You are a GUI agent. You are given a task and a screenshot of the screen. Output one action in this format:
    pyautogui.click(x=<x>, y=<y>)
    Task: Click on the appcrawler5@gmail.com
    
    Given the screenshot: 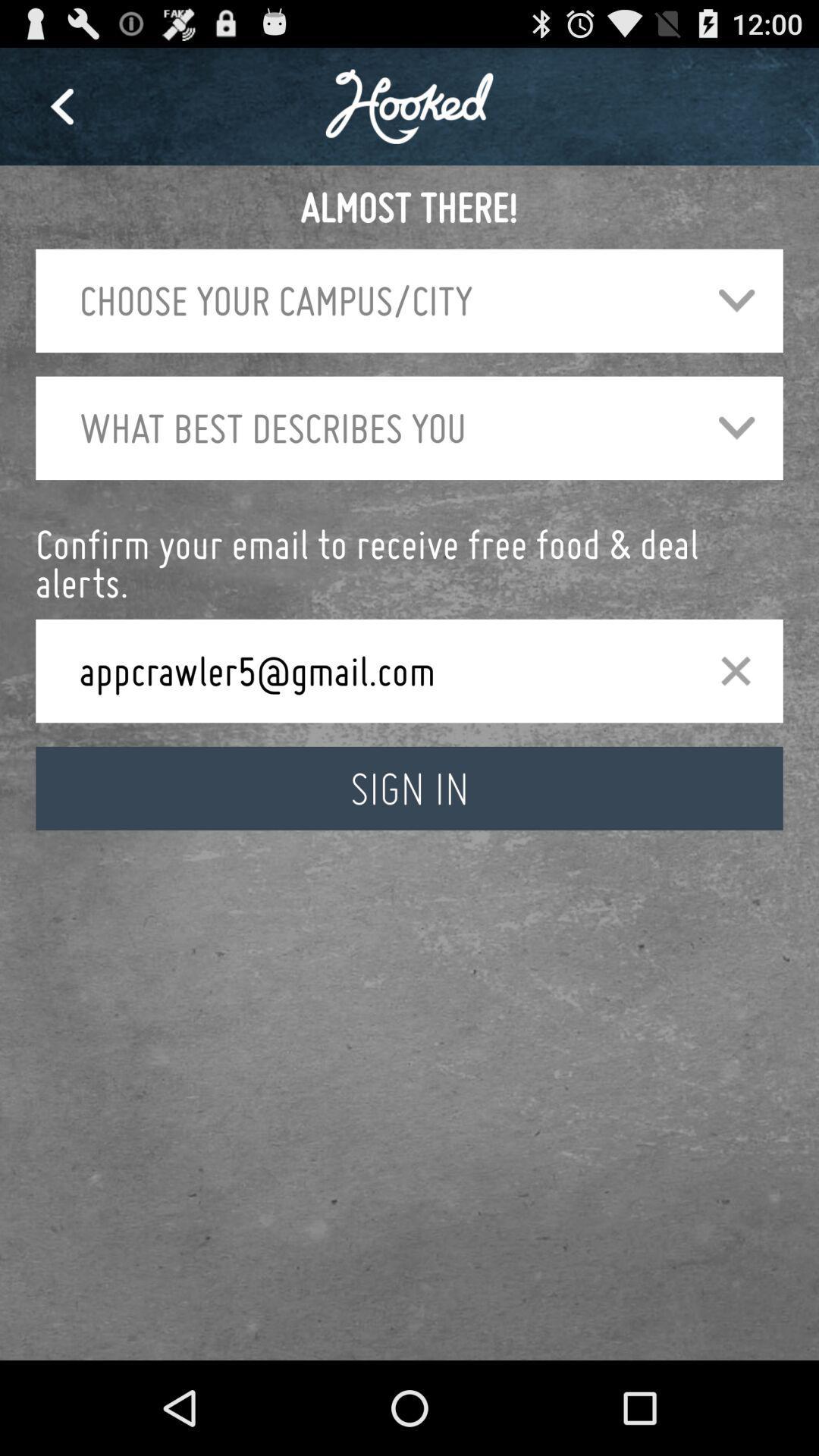 What is the action you would take?
    pyautogui.click(x=374, y=670)
    